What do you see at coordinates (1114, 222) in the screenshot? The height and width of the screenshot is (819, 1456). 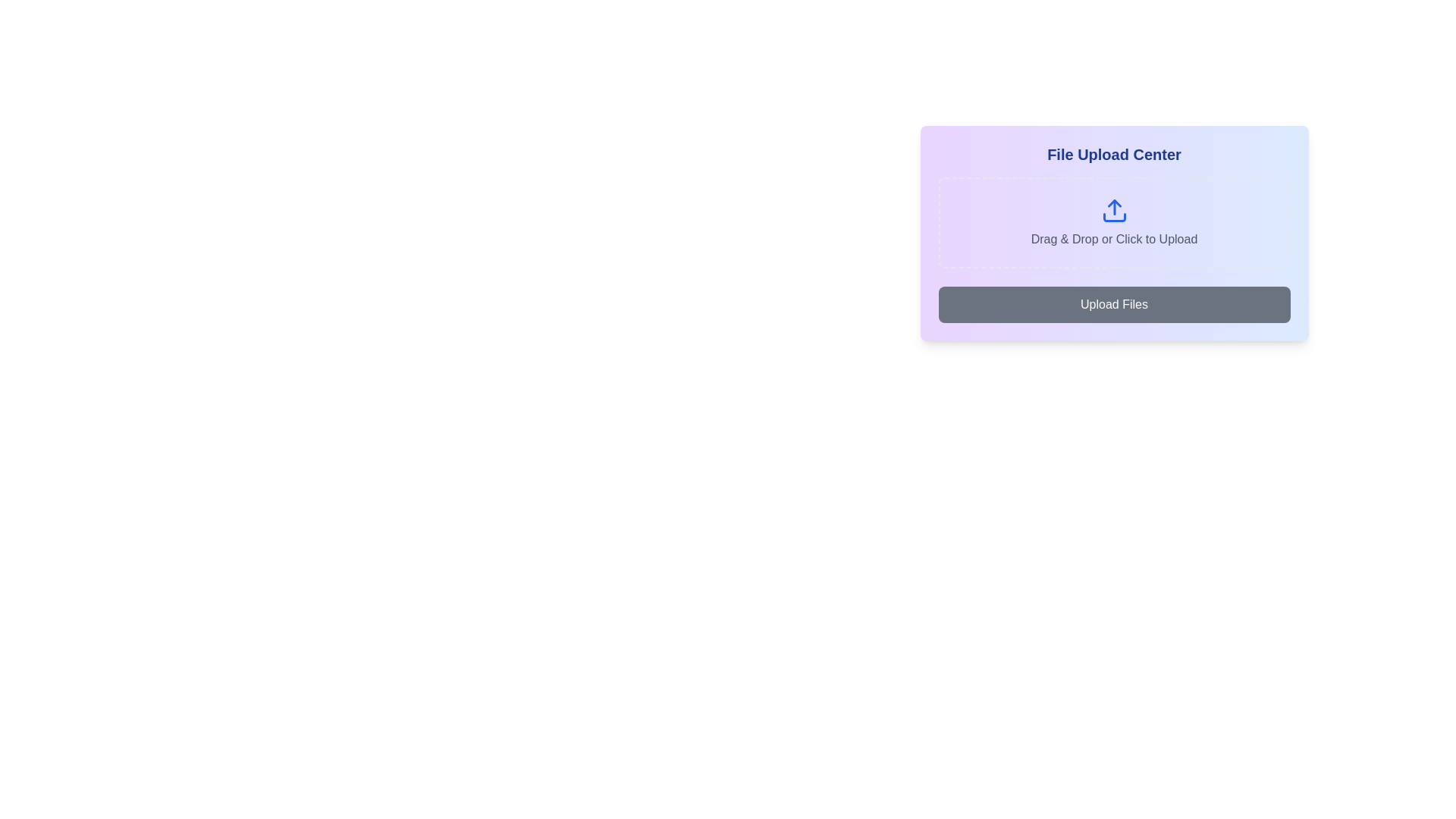 I see `the File upload area, which has a light purple background, dashed borders, and features a blue upward arrow icon with gray text that reads 'Drag & Drop or Click to Upload'` at bounding box center [1114, 222].